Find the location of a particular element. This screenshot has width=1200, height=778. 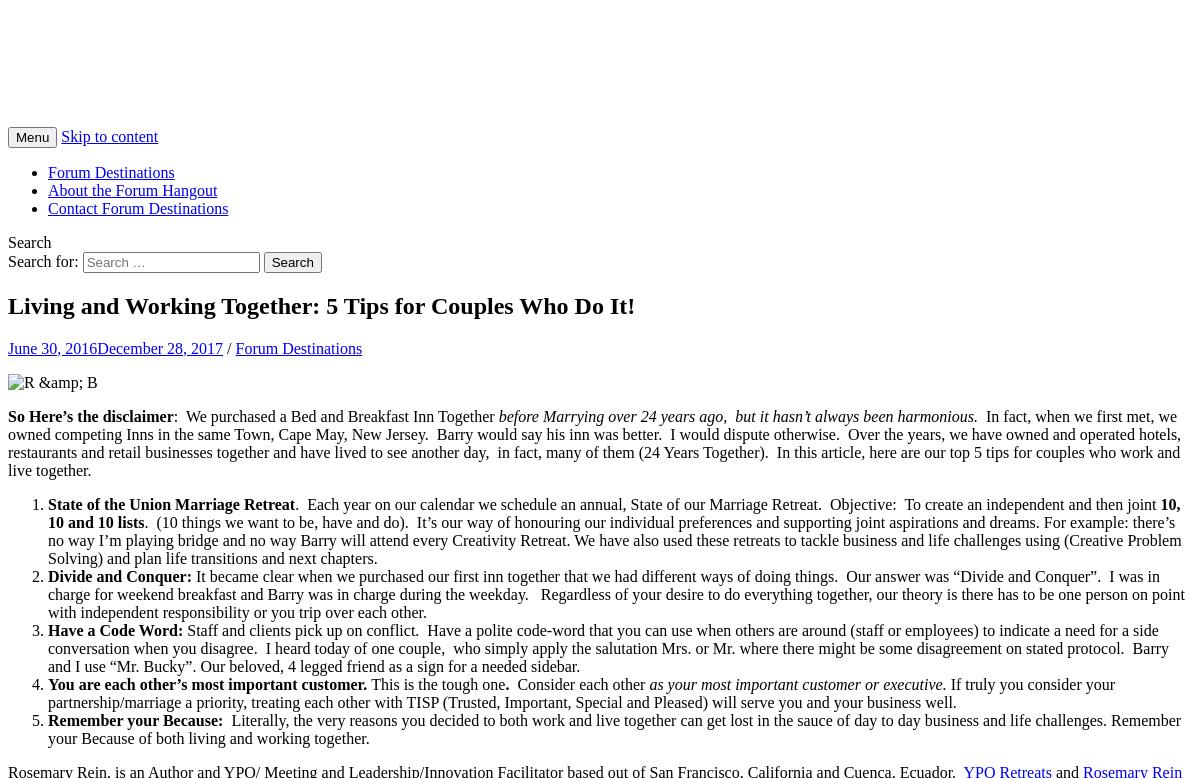

'Articles and Ideas on Leadership and Innovation from our YPO and EO Retreats' is located at coordinates (423, 91).